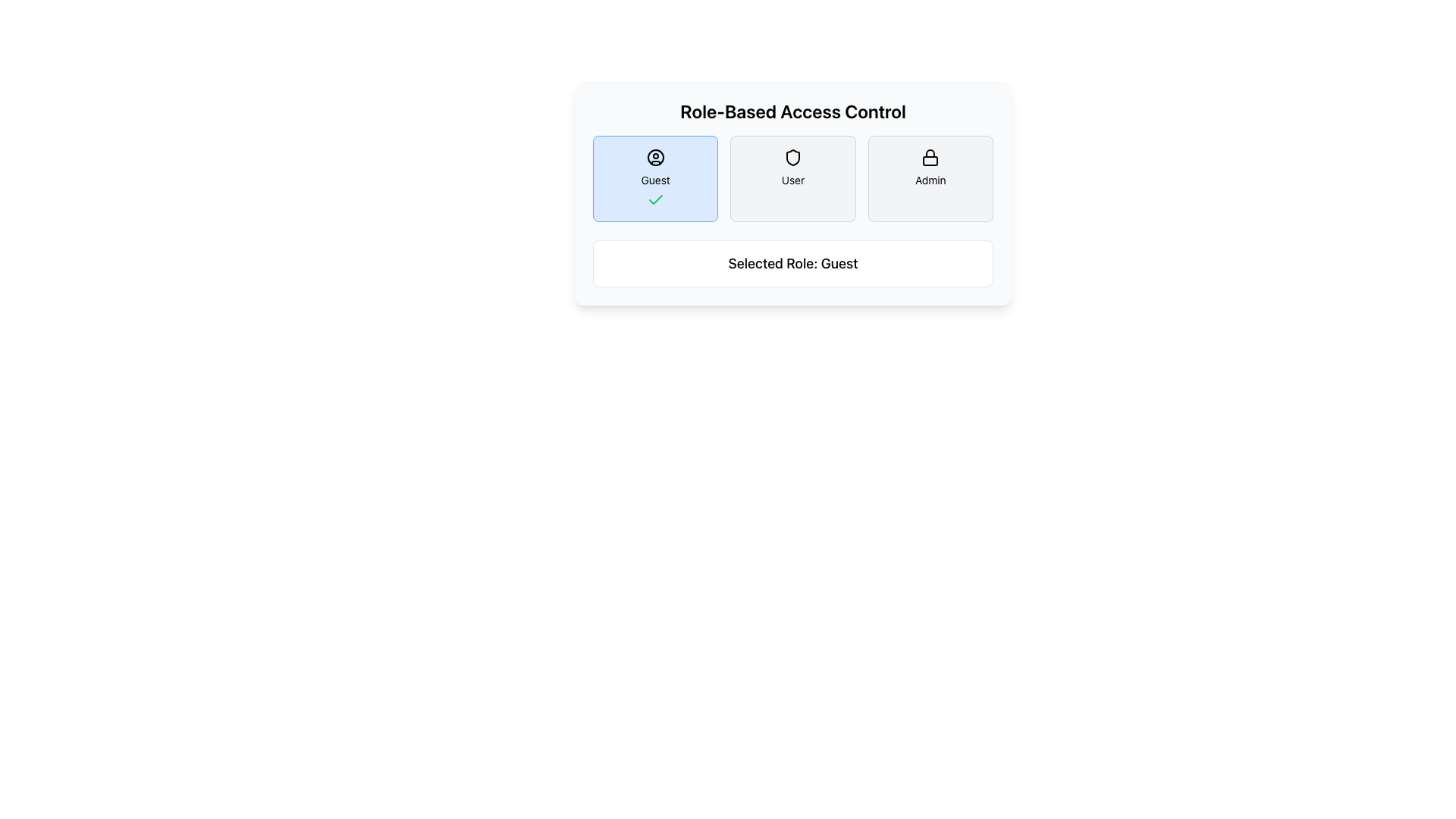 This screenshot has height=819, width=1456. What do you see at coordinates (655, 158) in the screenshot?
I see `the decorative circle SVG element that is part of the 'Guest' icon in the Role-Based Access Control section` at bounding box center [655, 158].